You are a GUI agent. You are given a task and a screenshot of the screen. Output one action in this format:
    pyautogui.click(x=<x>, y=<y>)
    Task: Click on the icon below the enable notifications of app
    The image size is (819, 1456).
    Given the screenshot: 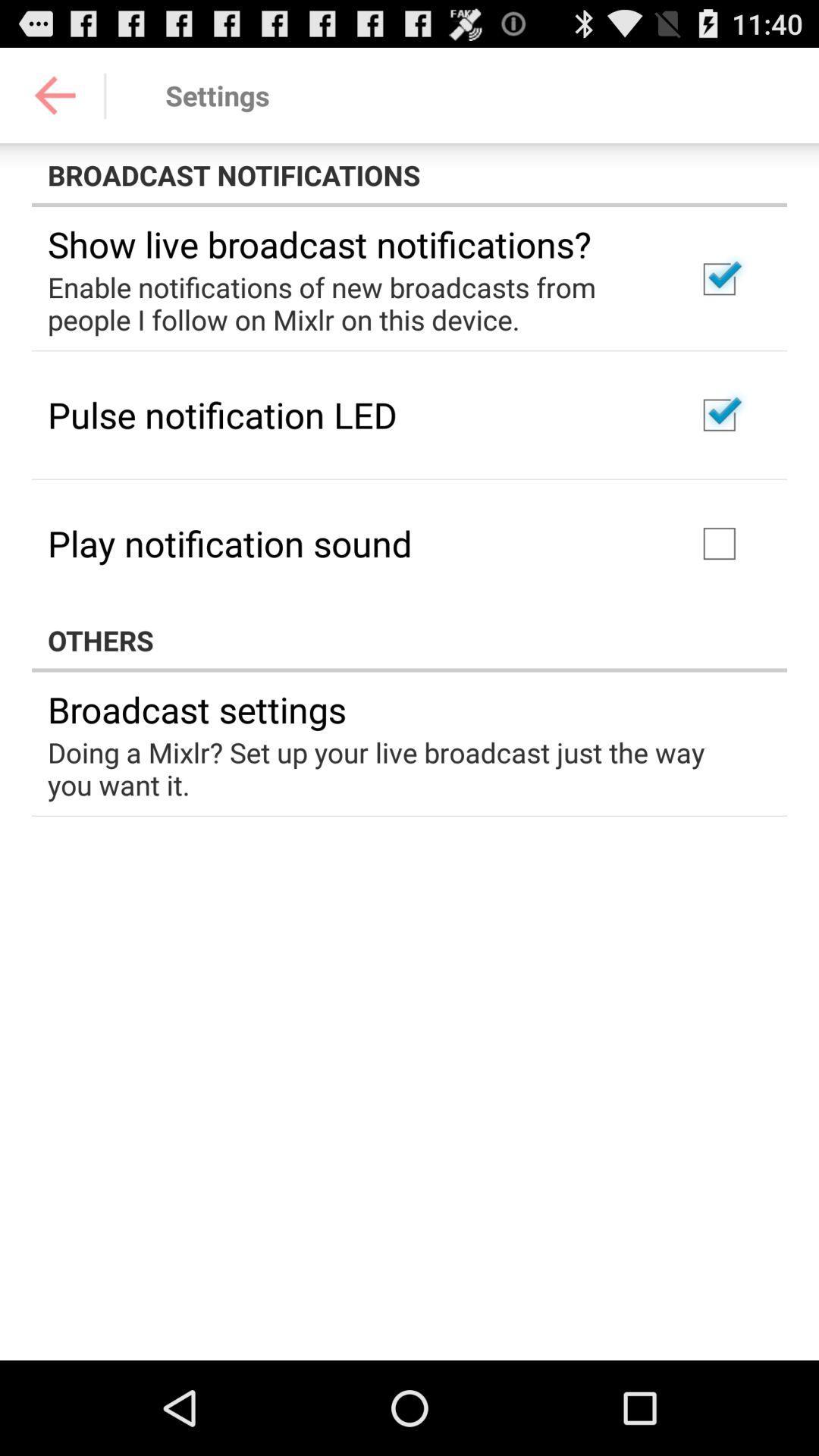 What is the action you would take?
    pyautogui.click(x=222, y=415)
    